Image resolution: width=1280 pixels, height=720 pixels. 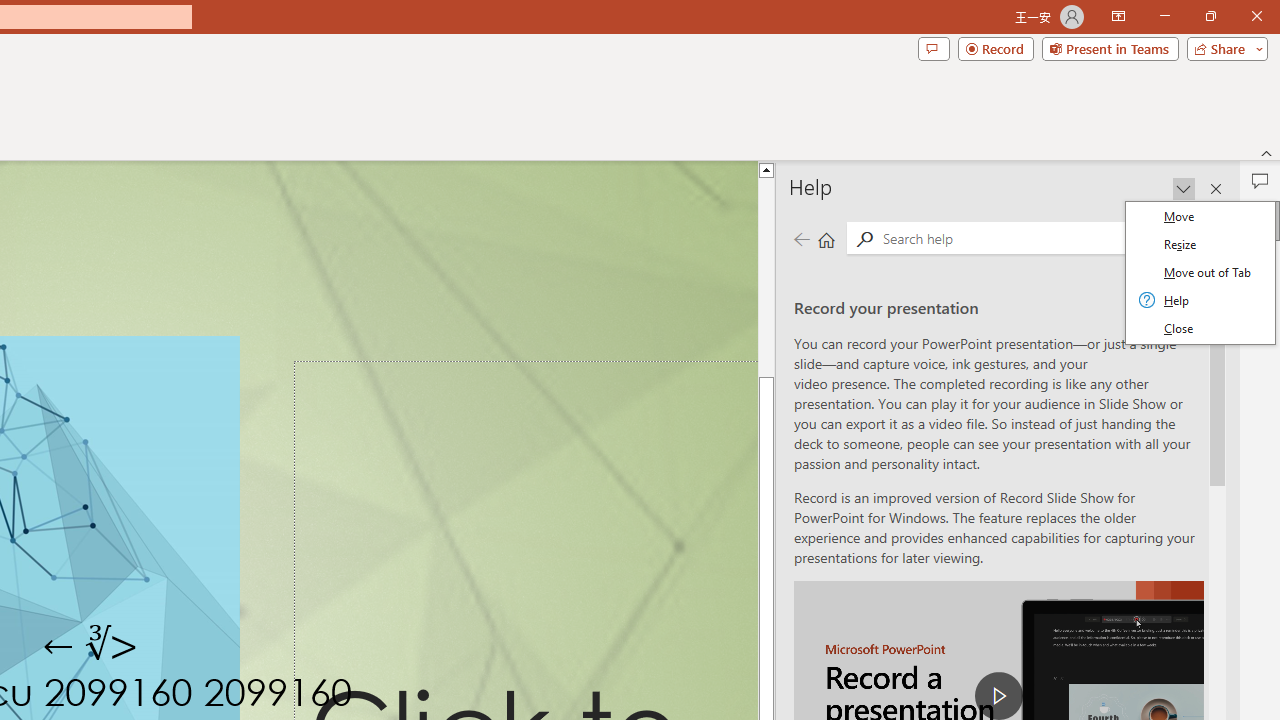 I want to click on 'Class: Net UI Tool Window', so click(x=1200, y=272).